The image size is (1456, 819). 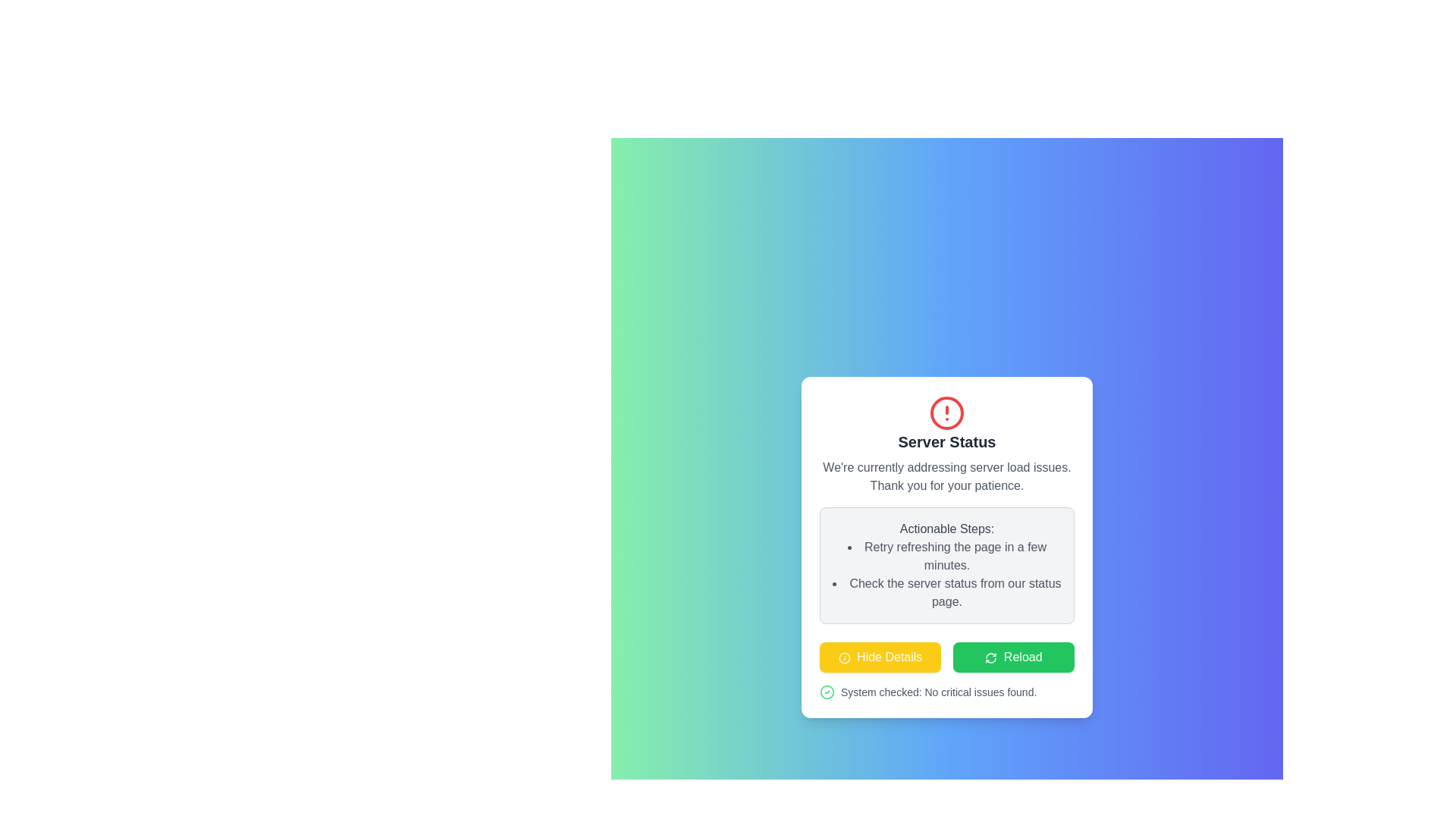 What do you see at coordinates (843, 657) in the screenshot?
I see `the decorative icon positioned to the left of the 'Hide Details' text within the yellow button at the bottom center of the dialog box` at bounding box center [843, 657].